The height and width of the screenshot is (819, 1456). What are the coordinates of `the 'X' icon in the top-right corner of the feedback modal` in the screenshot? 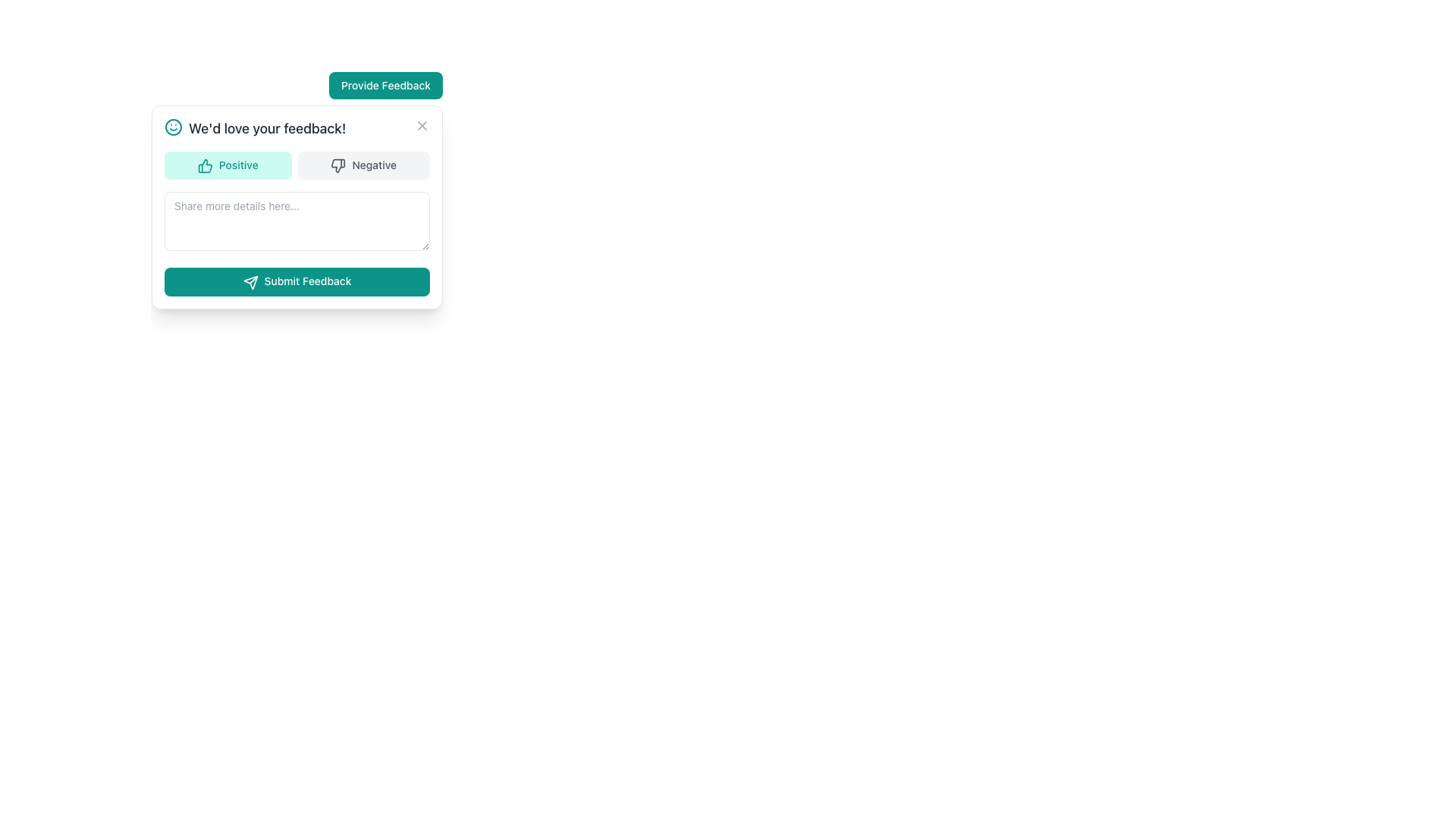 It's located at (422, 124).